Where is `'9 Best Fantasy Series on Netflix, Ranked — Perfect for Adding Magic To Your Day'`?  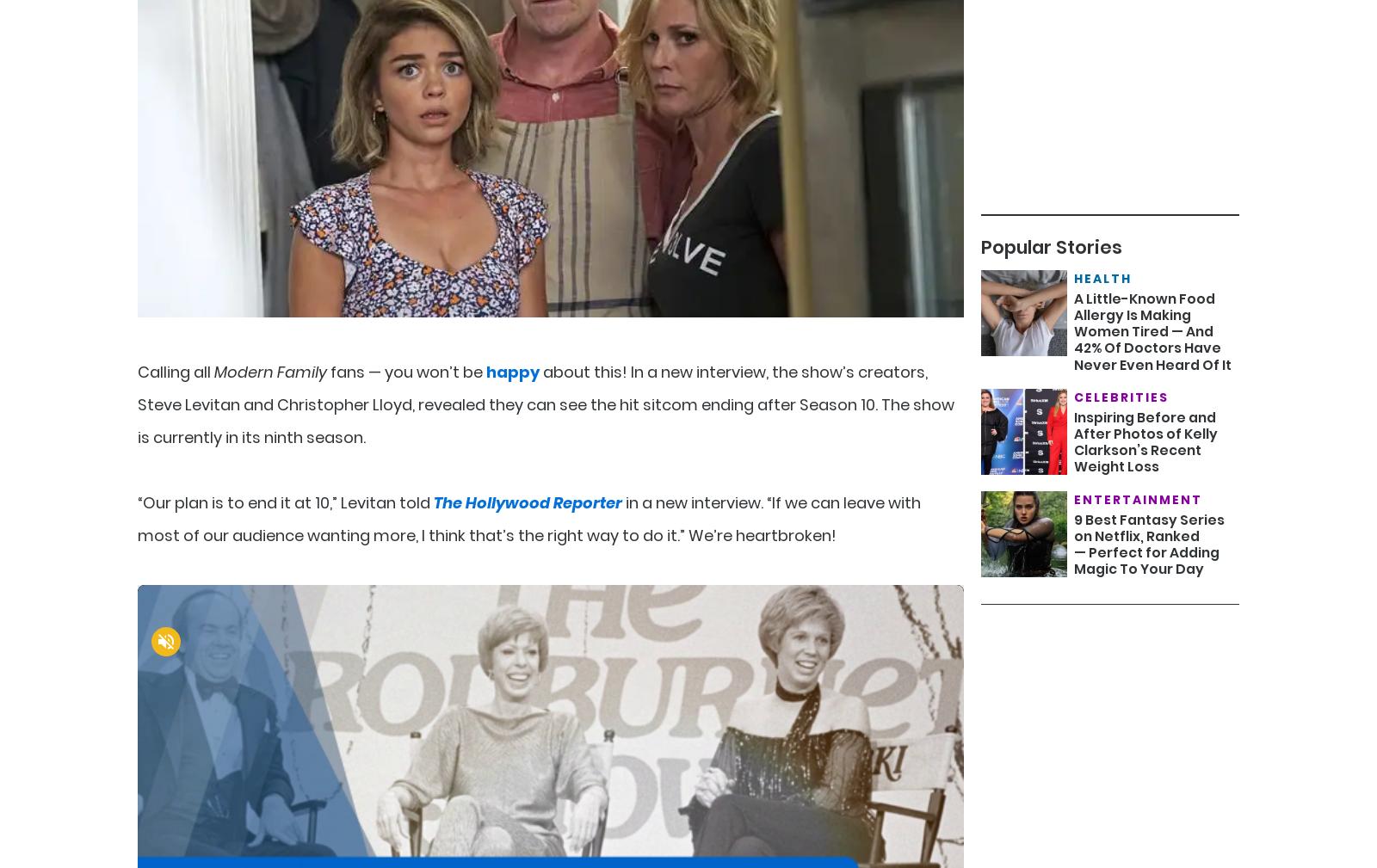 '9 Best Fantasy Series on Netflix, Ranked — Perfect for Adding Magic To Your Day' is located at coordinates (1148, 544).